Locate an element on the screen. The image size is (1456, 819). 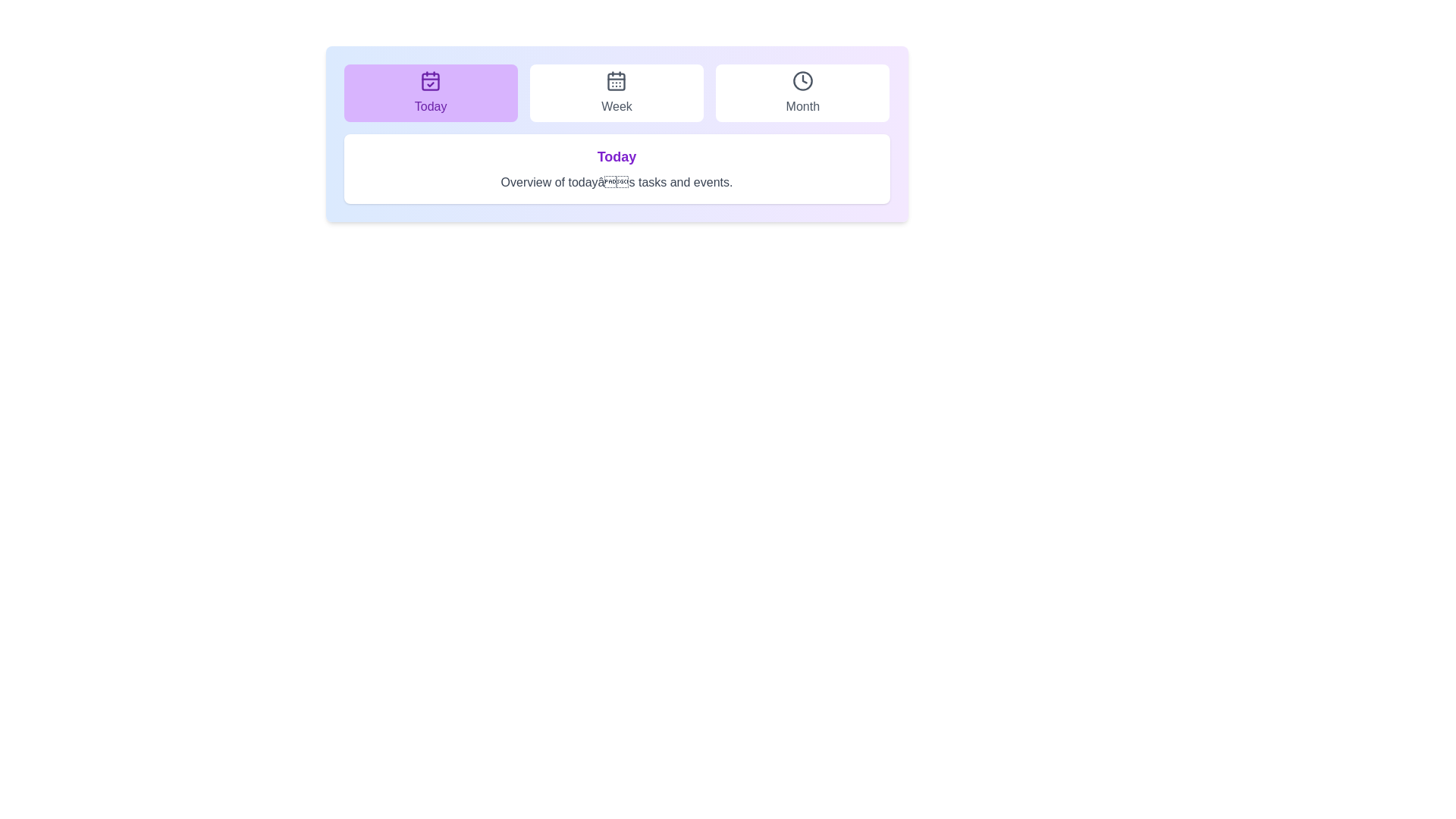
the tab labeled Month to view its associated text is located at coordinates (802, 93).